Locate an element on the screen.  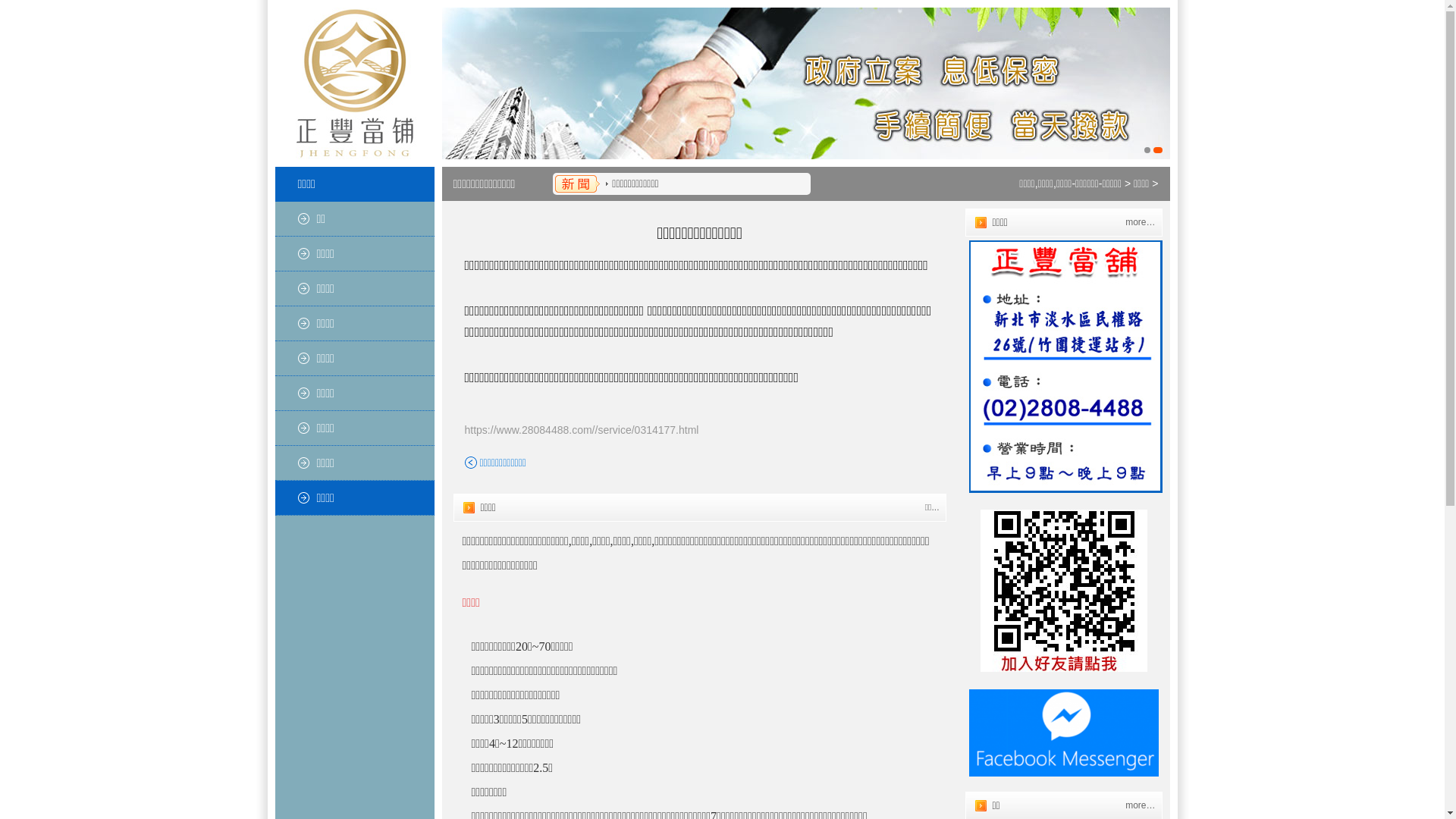
'https://www.28084488.com//service/0314177.html' is located at coordinates (580, 430).